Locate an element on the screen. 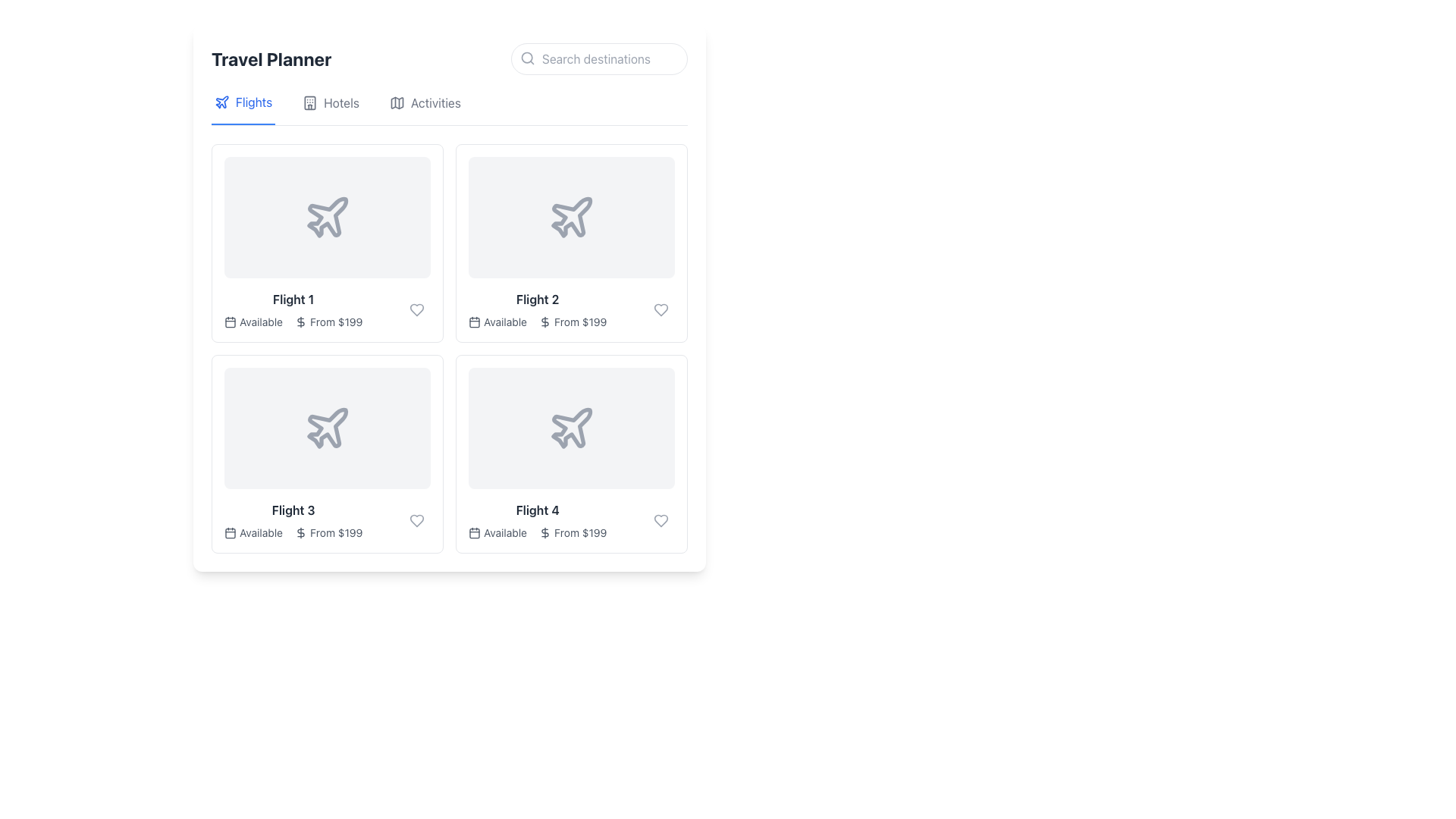  the text label that reads 'From $199' located in the bottom-left corner of the third flight card, positioned below the 'Available' label and to the right of a small dollar icon is located at coordinates (335, 532).